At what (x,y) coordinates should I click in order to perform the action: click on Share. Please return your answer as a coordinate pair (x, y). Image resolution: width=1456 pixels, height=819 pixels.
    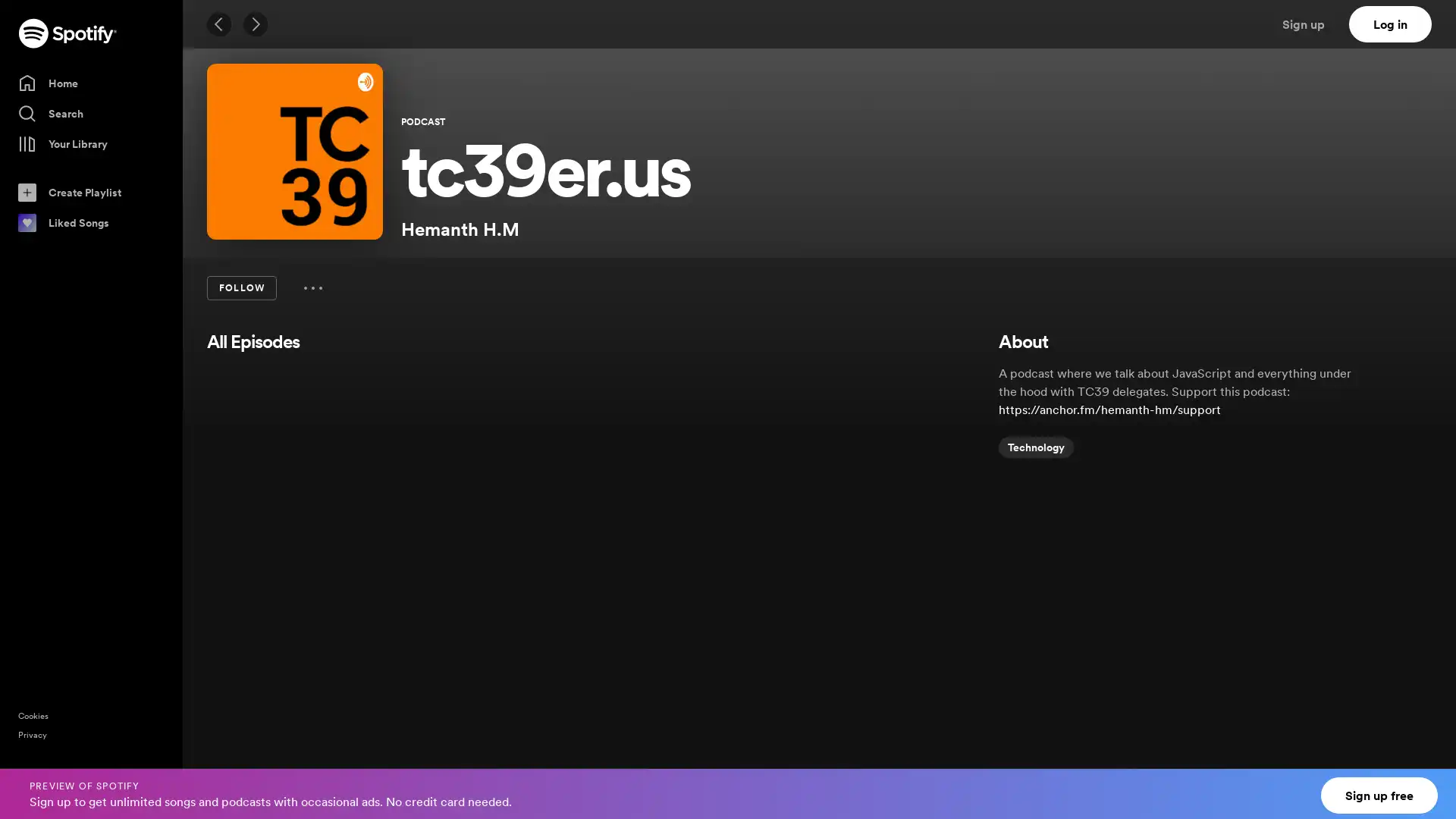
    Looking at the image, I should click on (895, 671).